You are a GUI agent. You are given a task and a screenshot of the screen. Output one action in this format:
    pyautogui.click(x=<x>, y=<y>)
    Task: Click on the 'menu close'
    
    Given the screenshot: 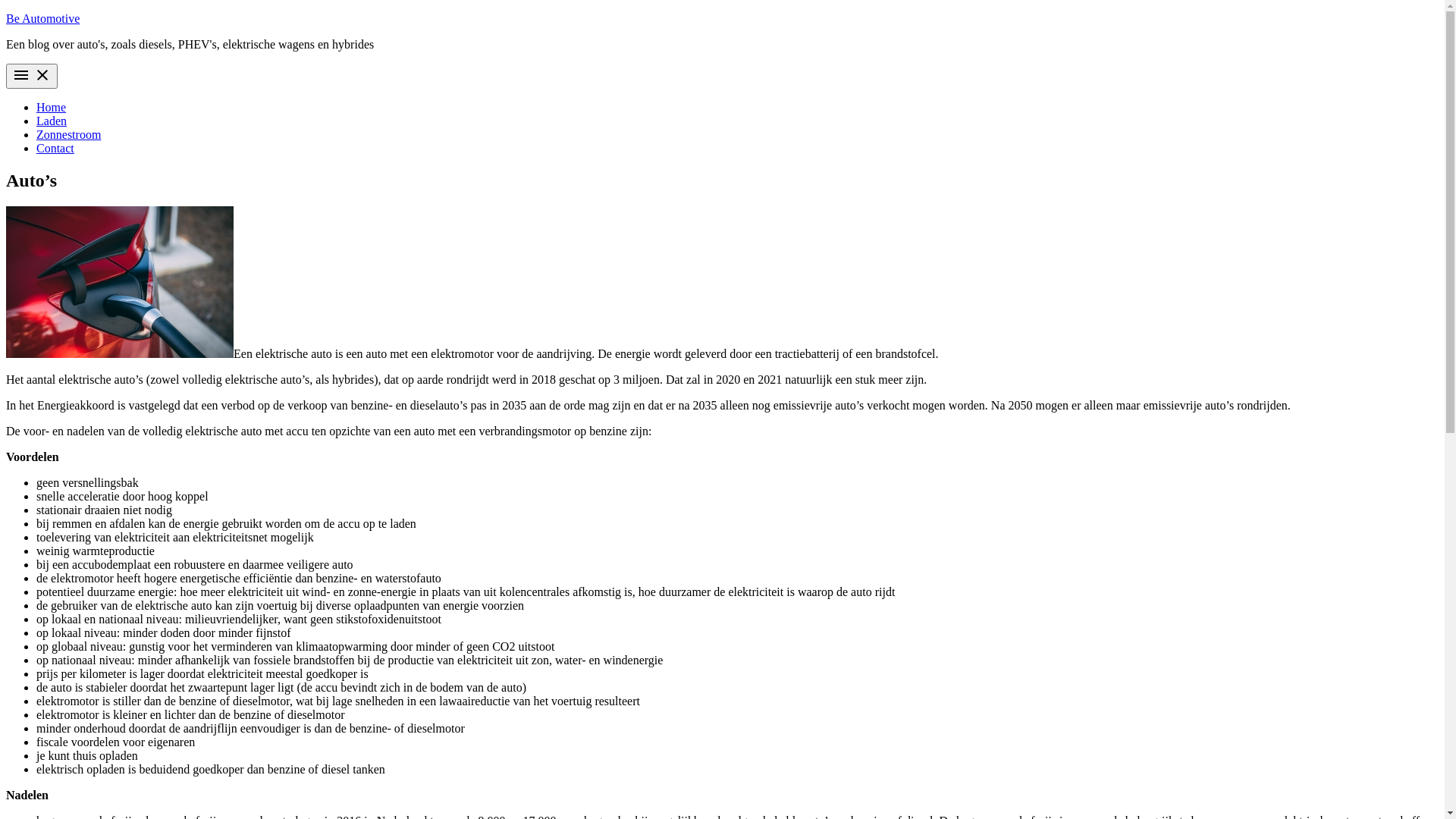 What is the action you would take?
    pyautogui.click(x=32, y=76)
    